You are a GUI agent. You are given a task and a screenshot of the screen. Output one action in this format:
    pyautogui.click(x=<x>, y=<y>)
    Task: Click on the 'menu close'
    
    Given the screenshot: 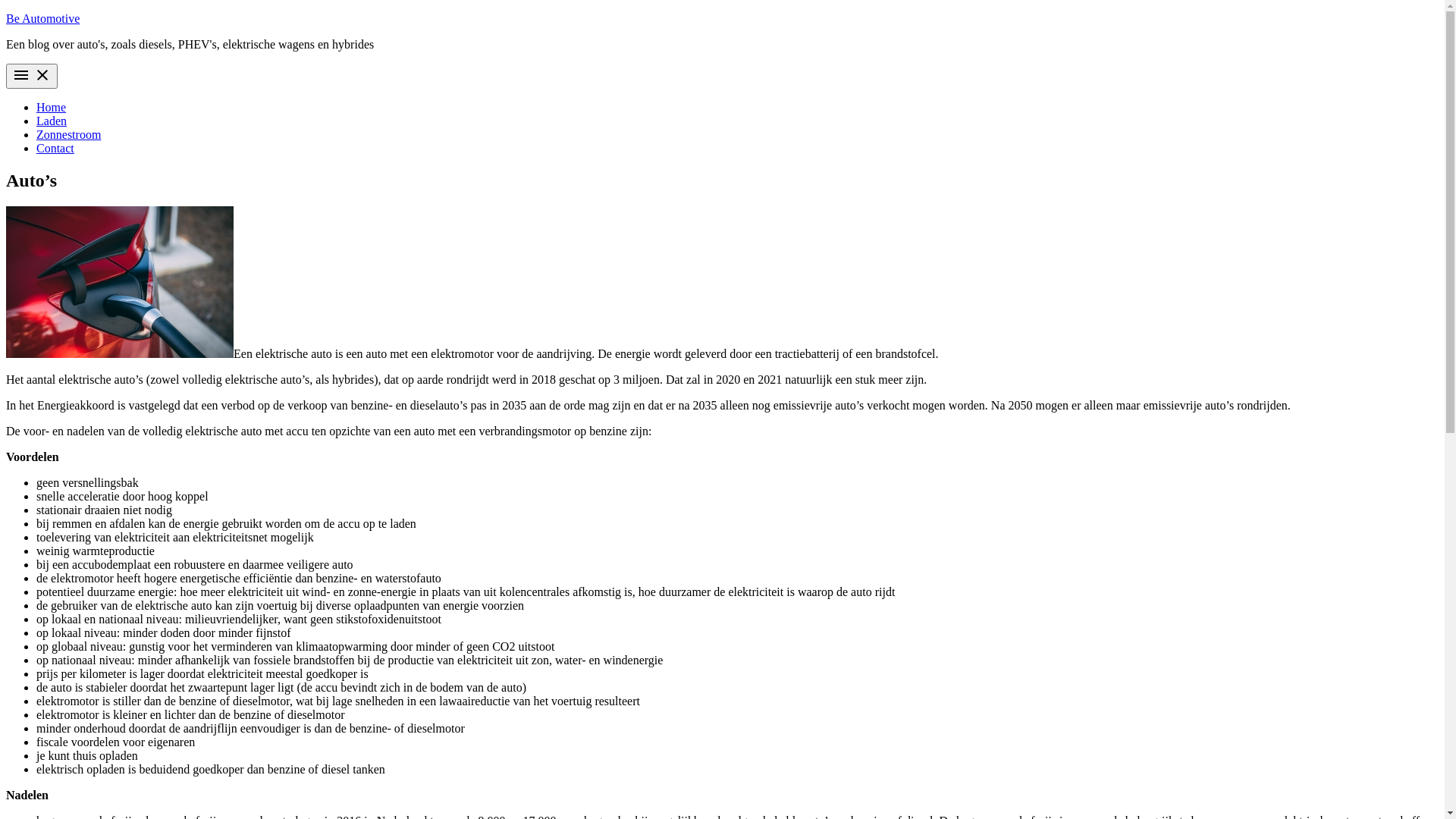 What is the action you would take?
    pyautogui.click(x=32, y=76)
    